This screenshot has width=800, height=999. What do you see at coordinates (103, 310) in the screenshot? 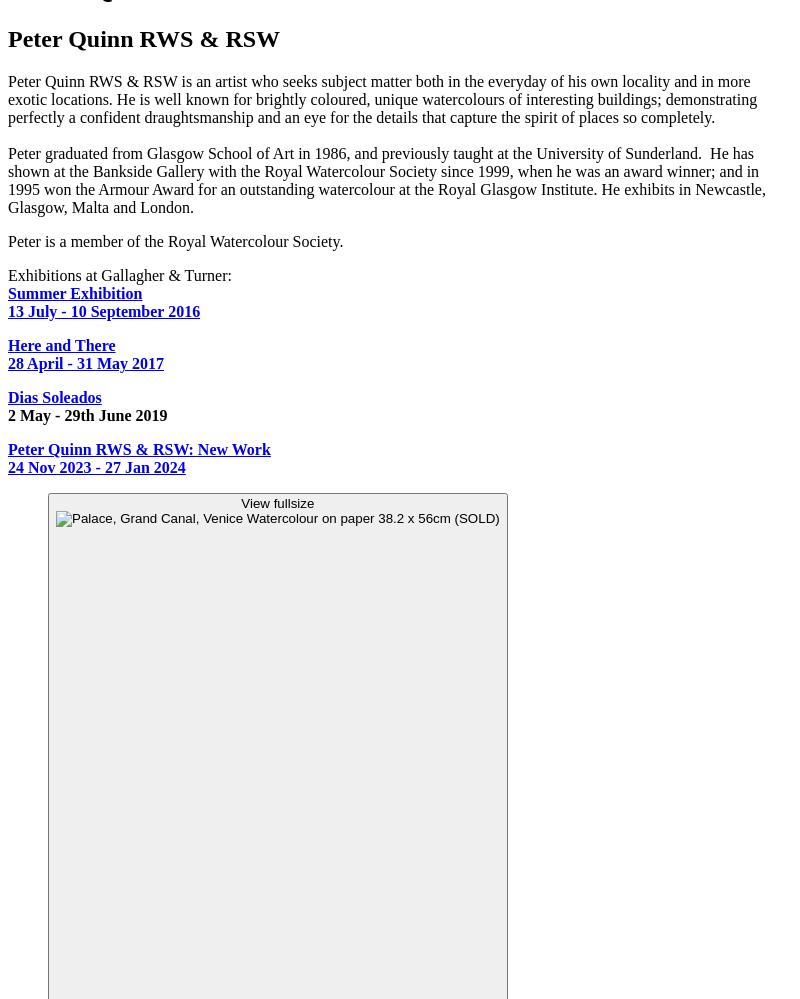
I see `'13 July - 10 September 2016'` at bounding box center [103, 310].